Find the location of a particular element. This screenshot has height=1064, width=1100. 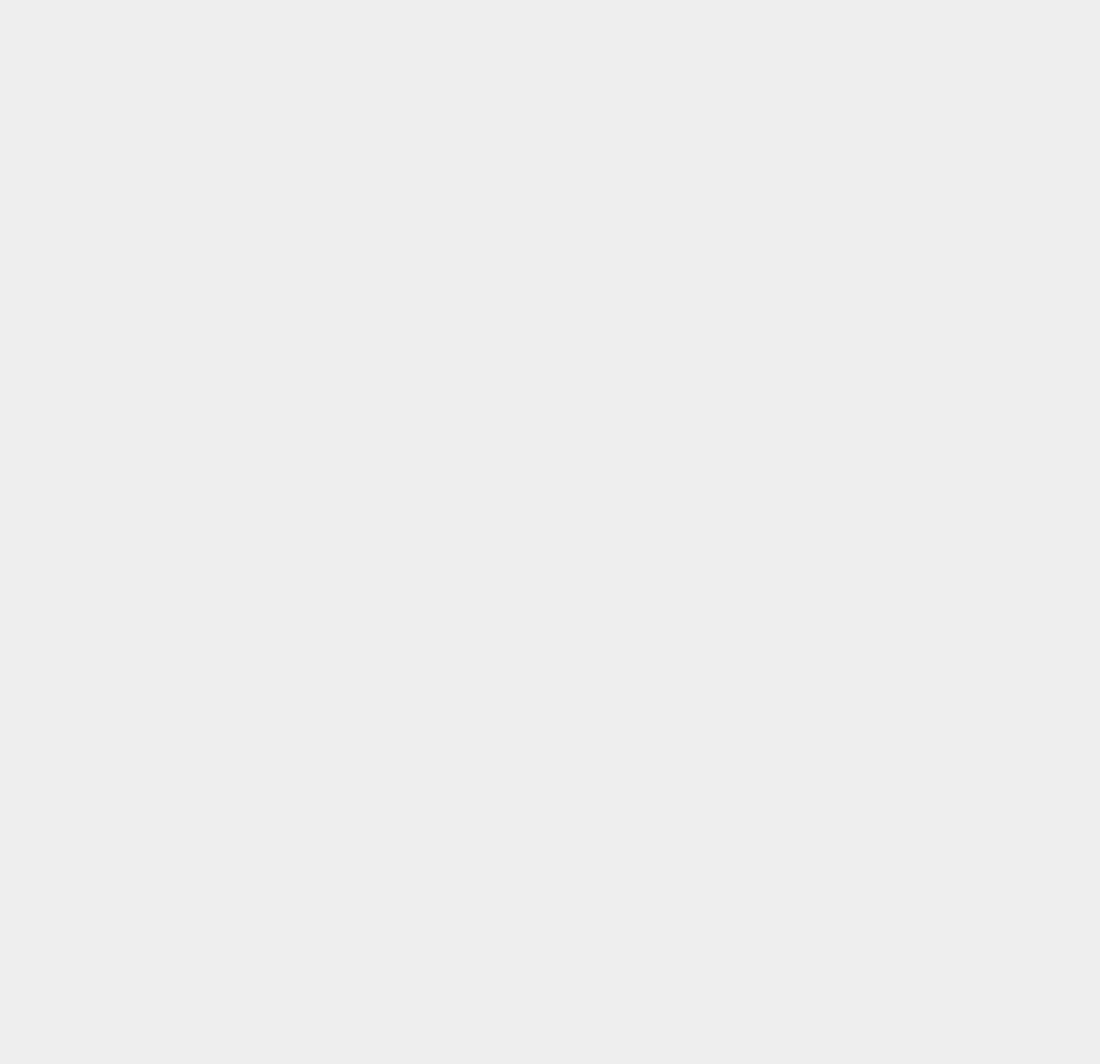

'Amazon' is located at coordinates (803, 67).